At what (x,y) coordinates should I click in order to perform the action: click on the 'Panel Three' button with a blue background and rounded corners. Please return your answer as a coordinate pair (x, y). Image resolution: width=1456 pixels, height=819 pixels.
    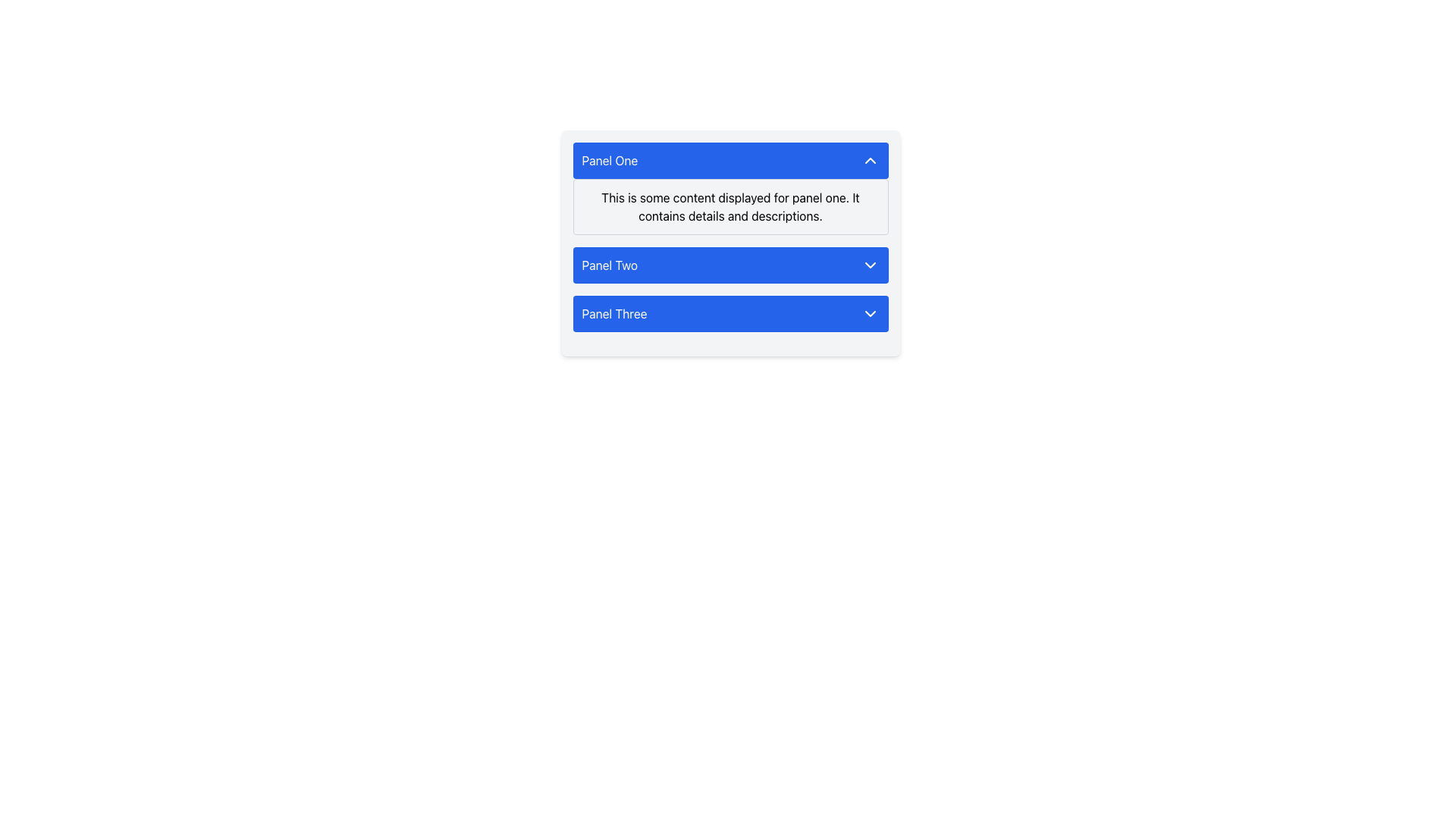
    Looking at the image, I should click on (730, 312).